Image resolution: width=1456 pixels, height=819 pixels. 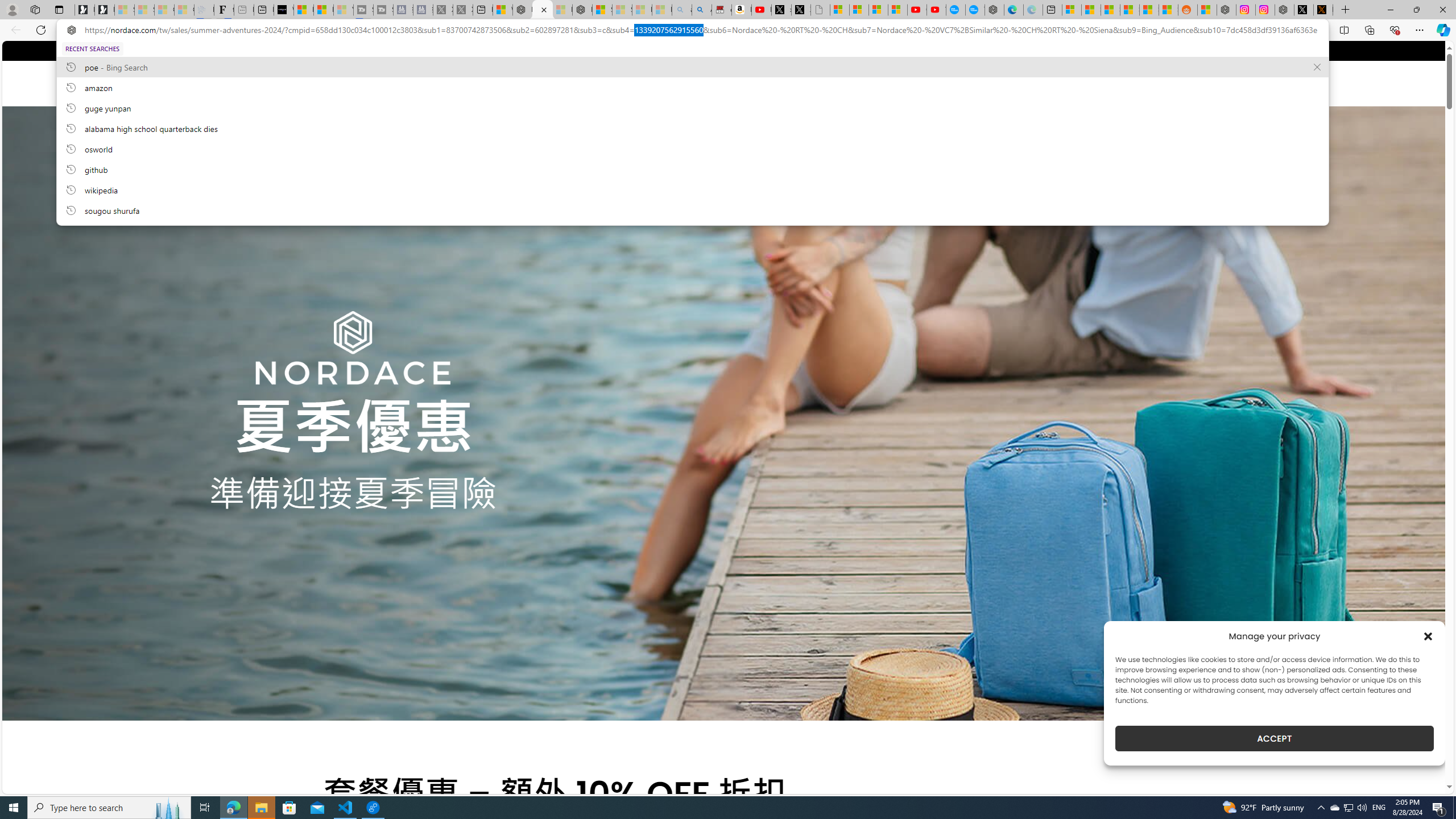 I want to click on 'Shanghai, China hourly forecast | Microsoft Weather', so click(x=1110, y=9).